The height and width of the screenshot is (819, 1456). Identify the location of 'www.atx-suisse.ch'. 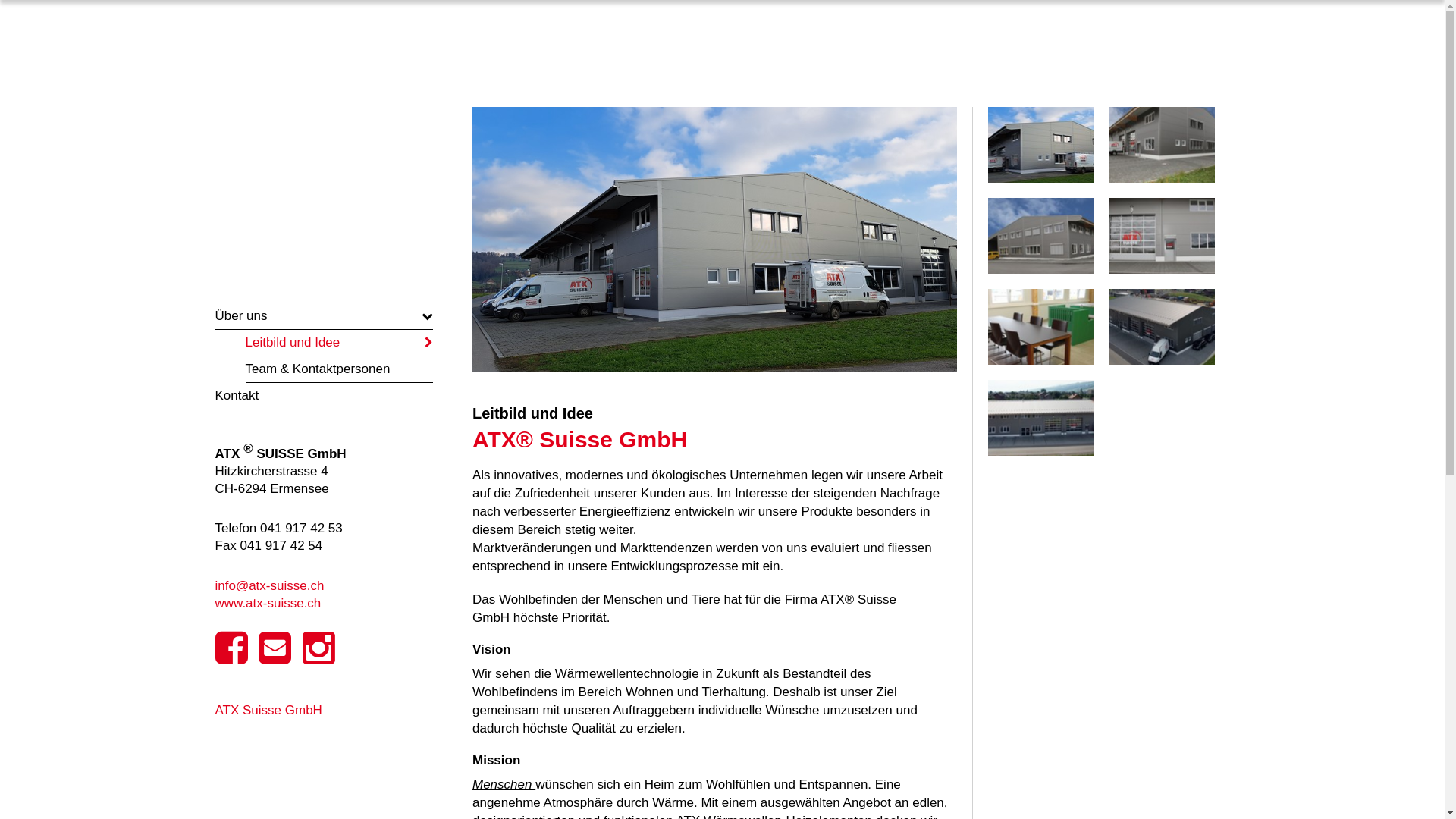
(214, 602).